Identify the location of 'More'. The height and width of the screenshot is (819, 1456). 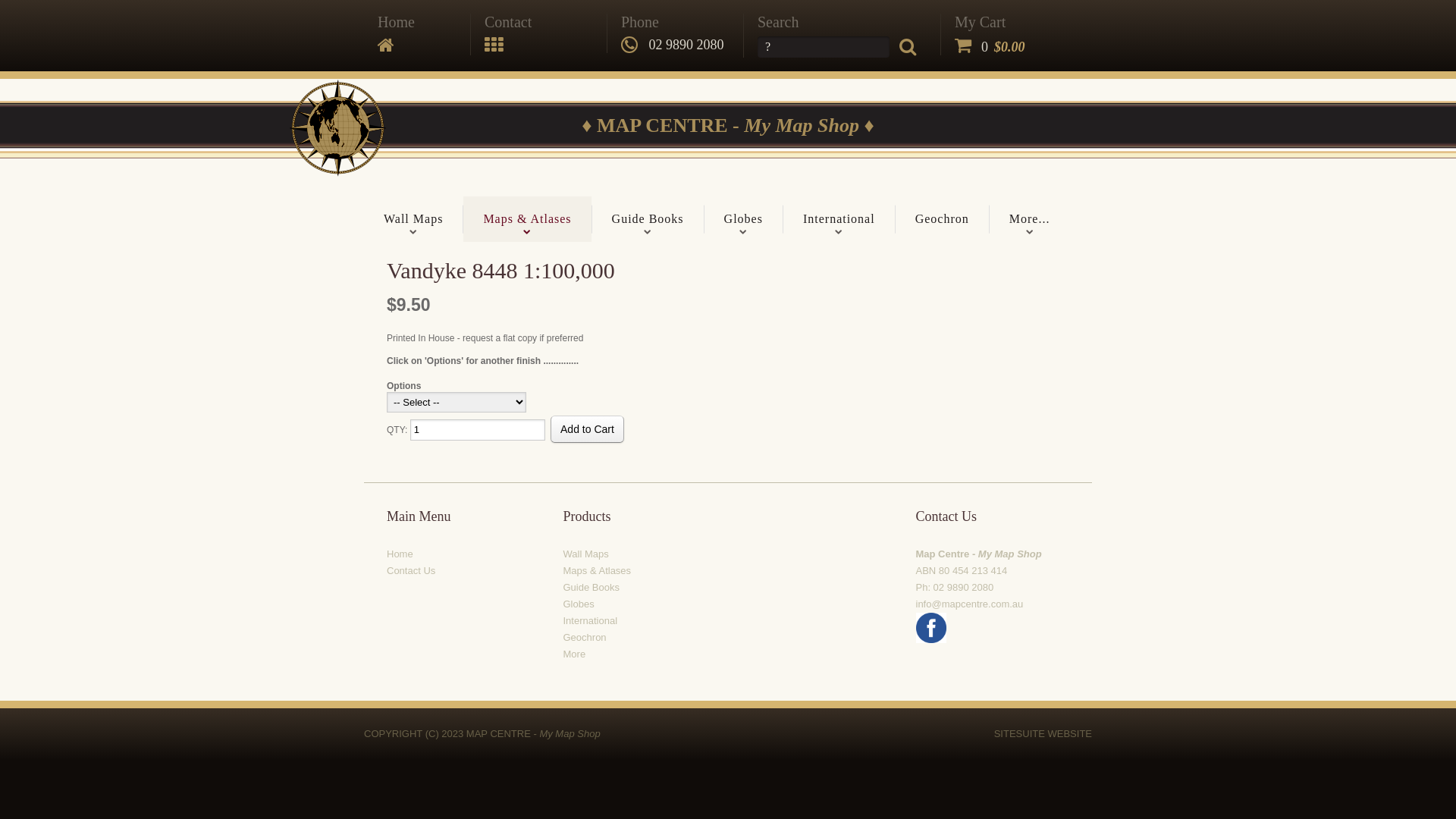
(573, 653).